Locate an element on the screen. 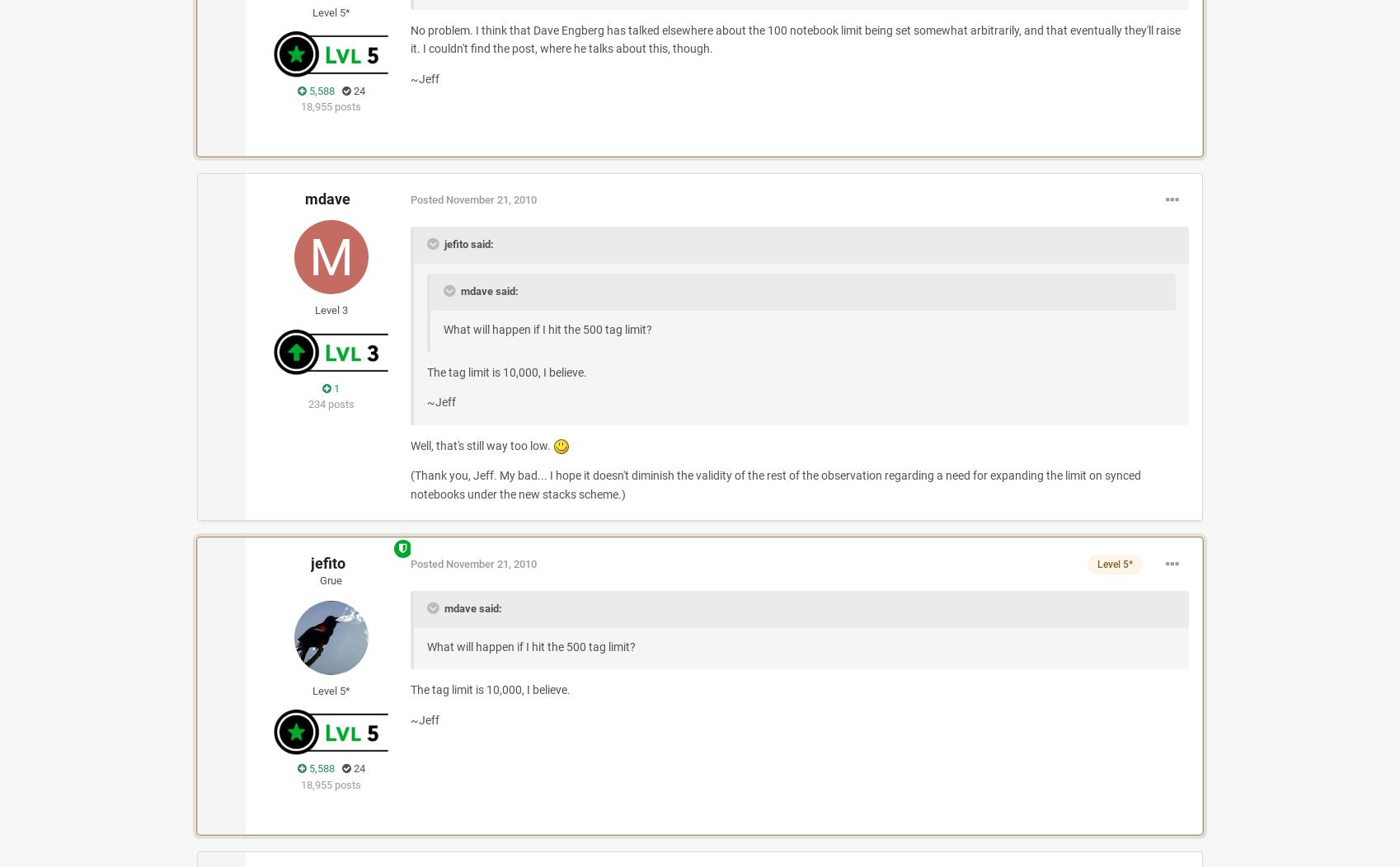 The image size is (1400, 867). 'Well, that's still way too low.' is located at coordinates (481, 444).